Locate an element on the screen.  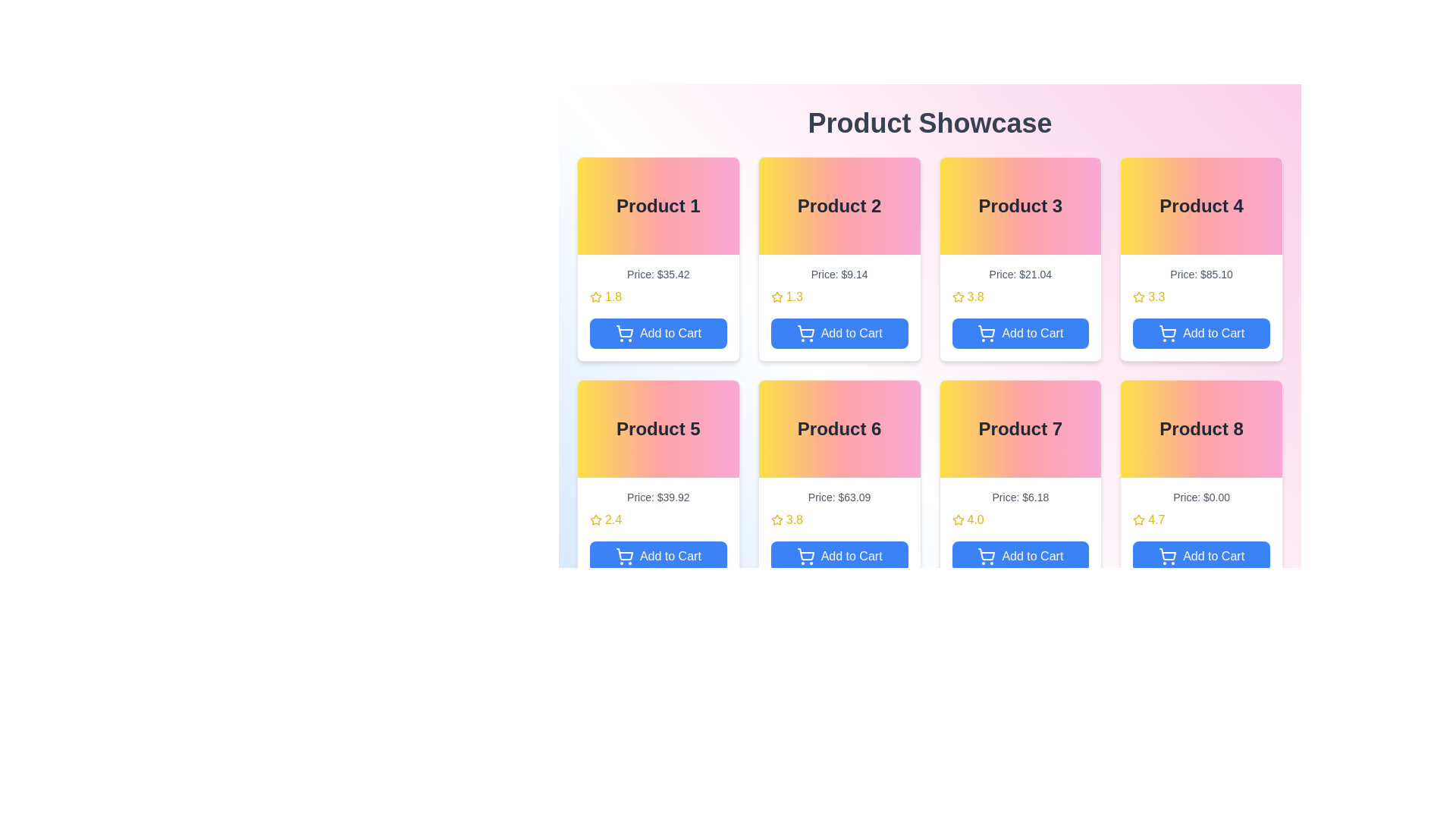
the shopping cart icon within the blue 'Add to Cart' button associated with 'Product 8' in the product showcase grid is located at coordinates (1167, 556).